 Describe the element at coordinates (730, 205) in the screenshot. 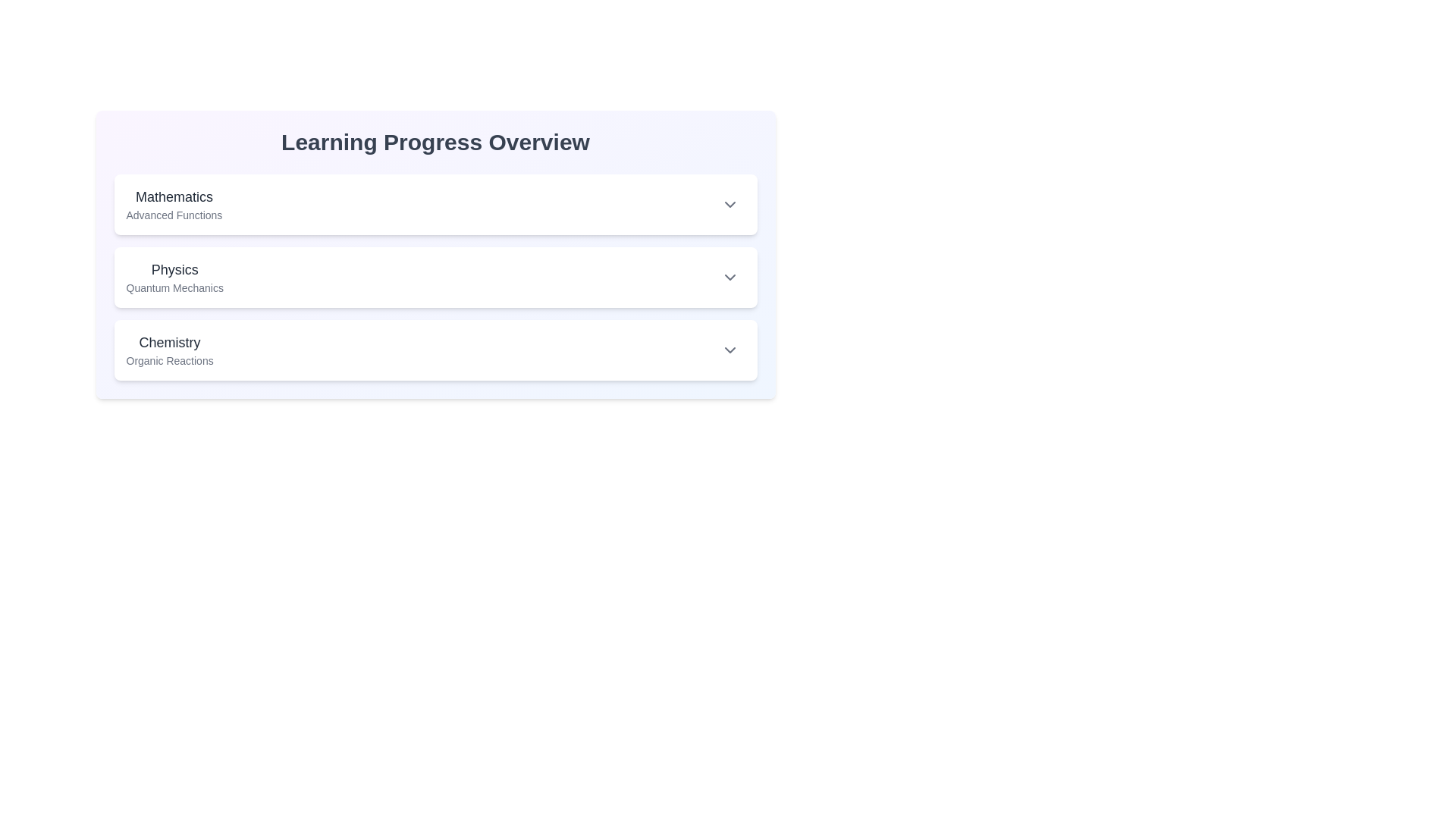

I see `the downward-pointing chevron icon styled with a thin black stroke, located within the white button on the right side of the 'Mathematics' module` at that location.